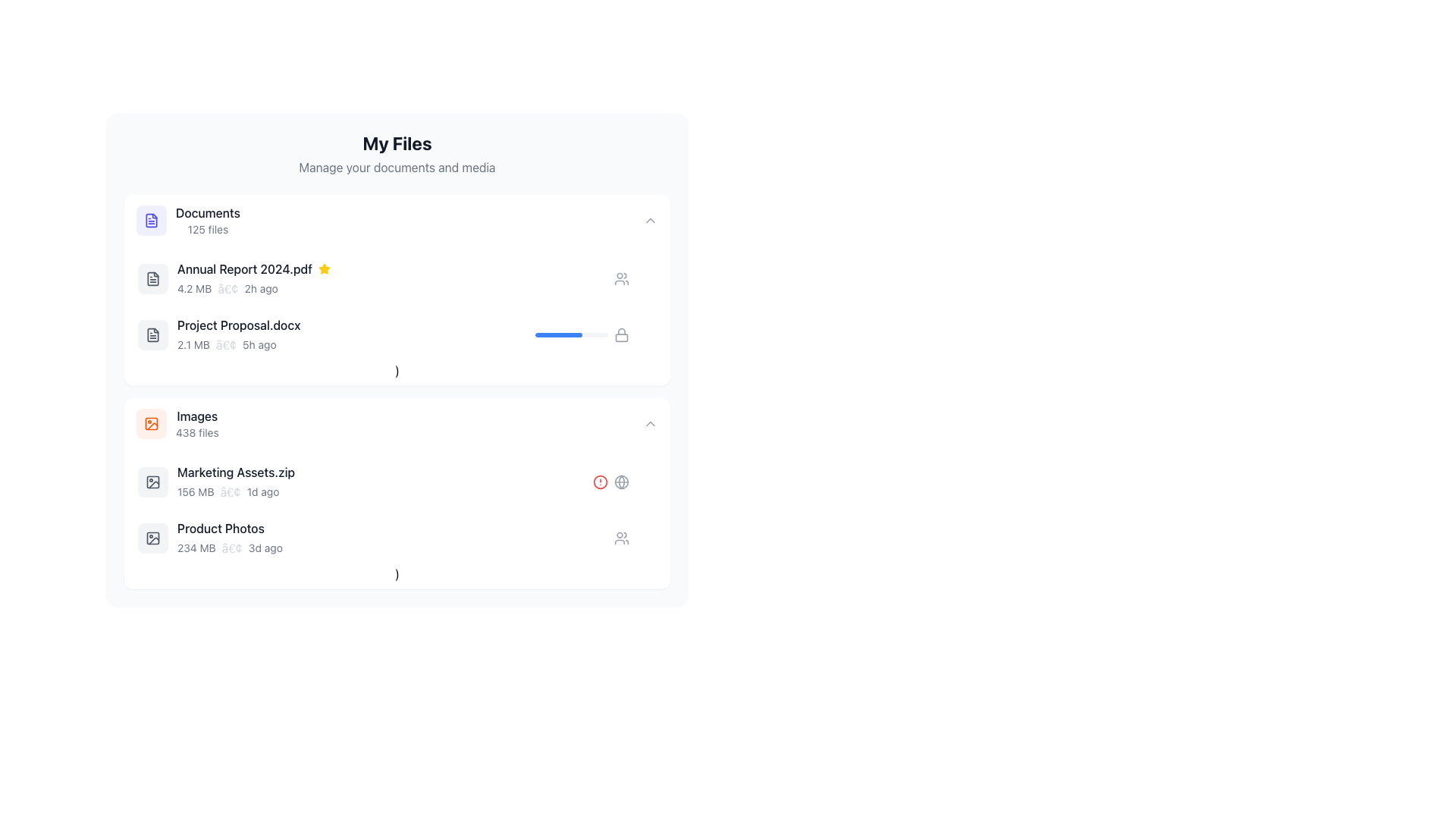  I want to click on the label that indicates the 'Images' folder, which is located in the second row of the file list, to the right of the folder icon, so click(196, 424).